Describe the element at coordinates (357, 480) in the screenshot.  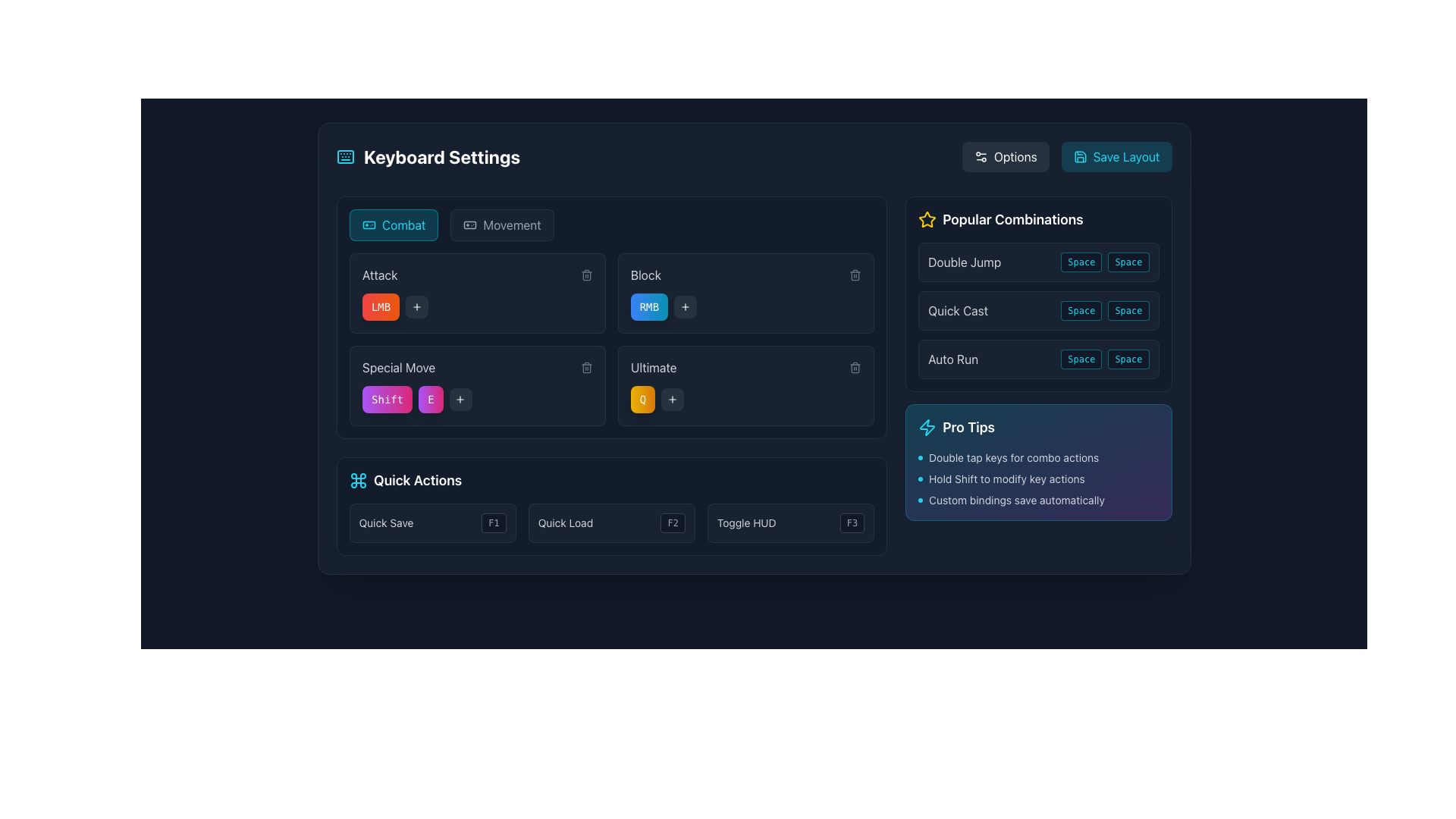
I see `the small cyan-outlined command symbol icon located to the immediate left of the 'Quick Actions' text` at that location.